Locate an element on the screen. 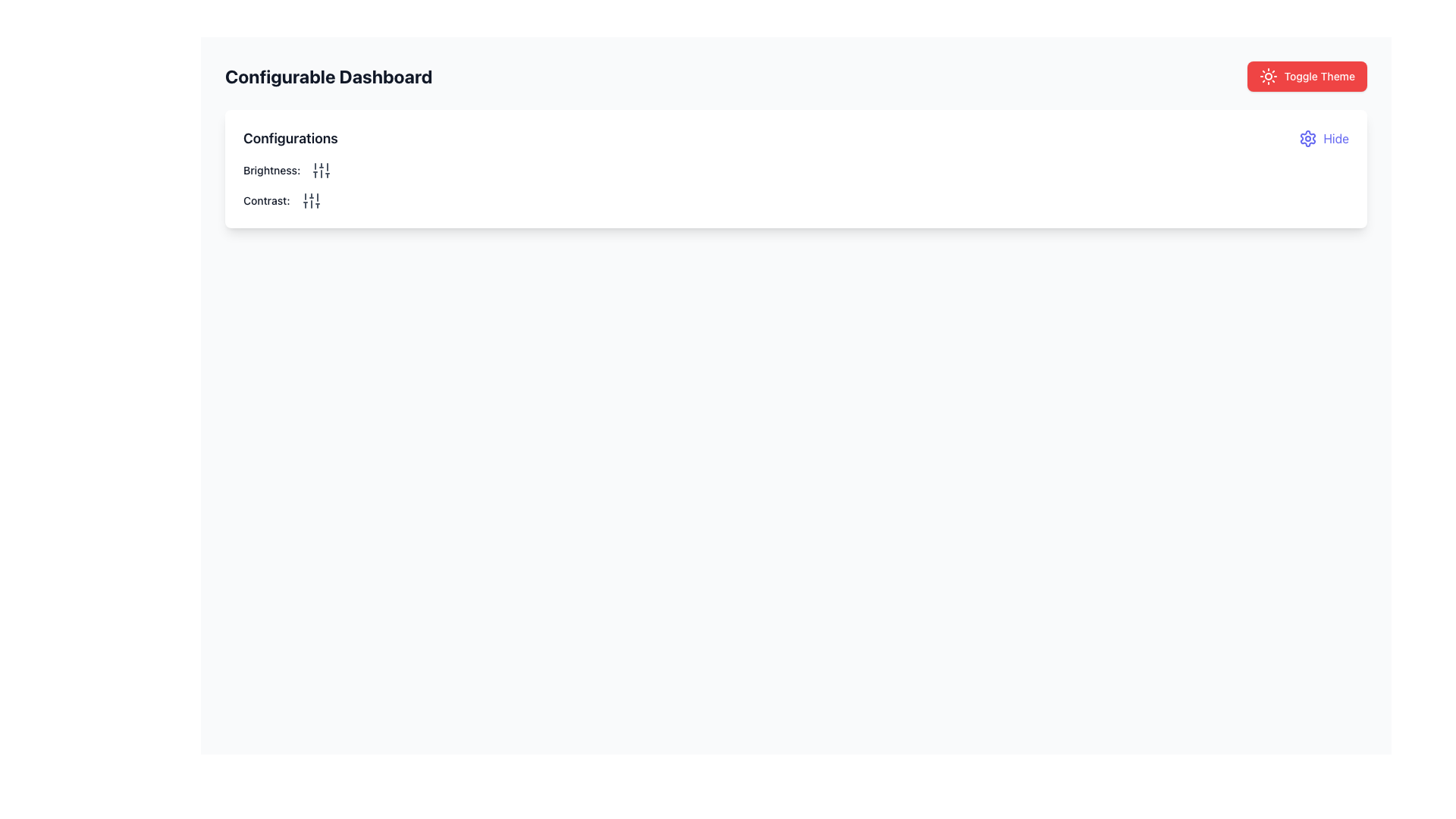 Image resolution: width=1456 pixels, height=819 pixels. the vertical sliders icon associated with the 'Brightness' label, which is styled with three vertical lines of varying lengths and is positioned to the right of the 'Brightness:' text is located at coordinates (321, 170).